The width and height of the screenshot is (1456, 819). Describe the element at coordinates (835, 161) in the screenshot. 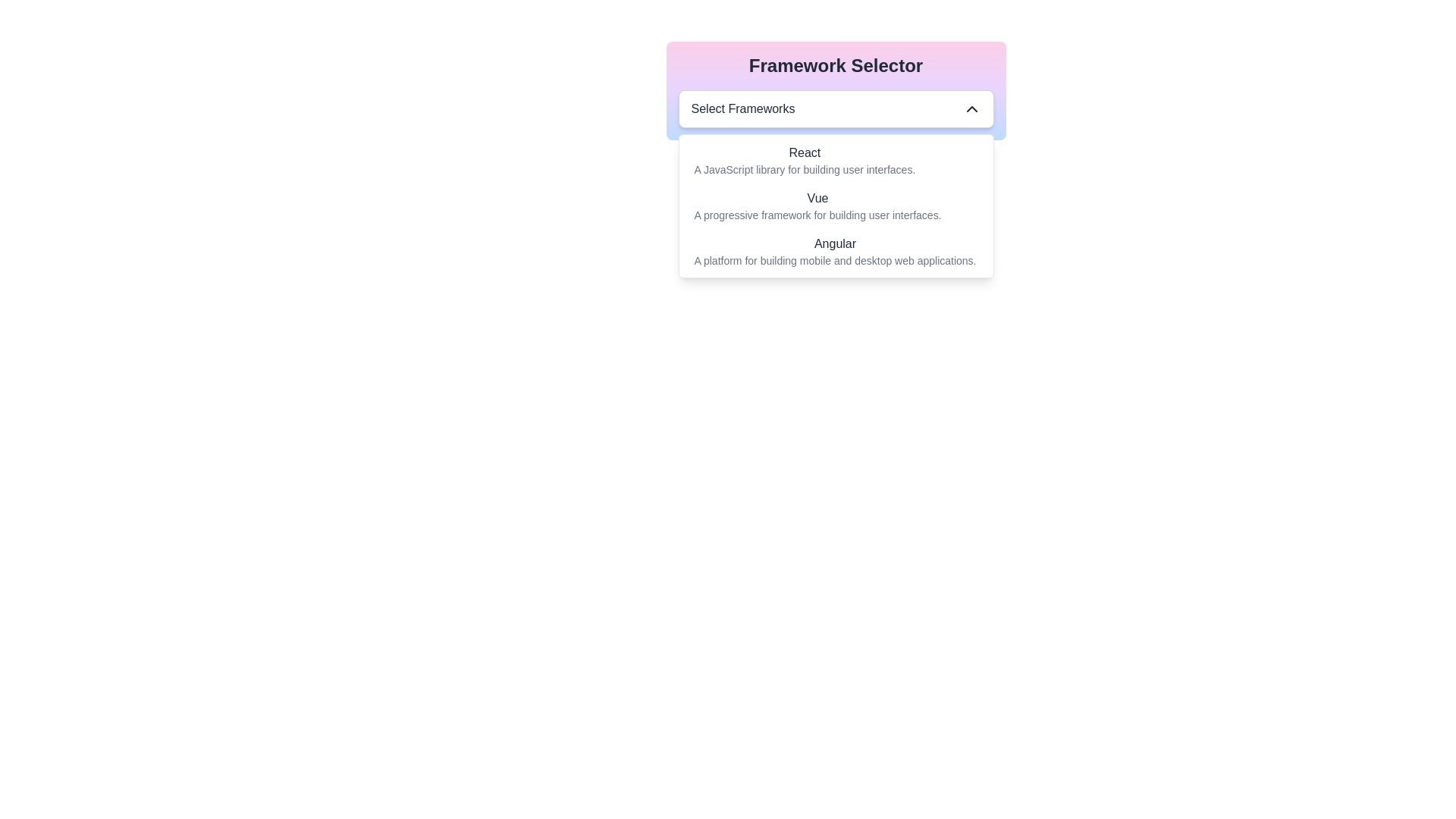

I see `the first option in the 'Framework Selector' dropdown menu` at that location.